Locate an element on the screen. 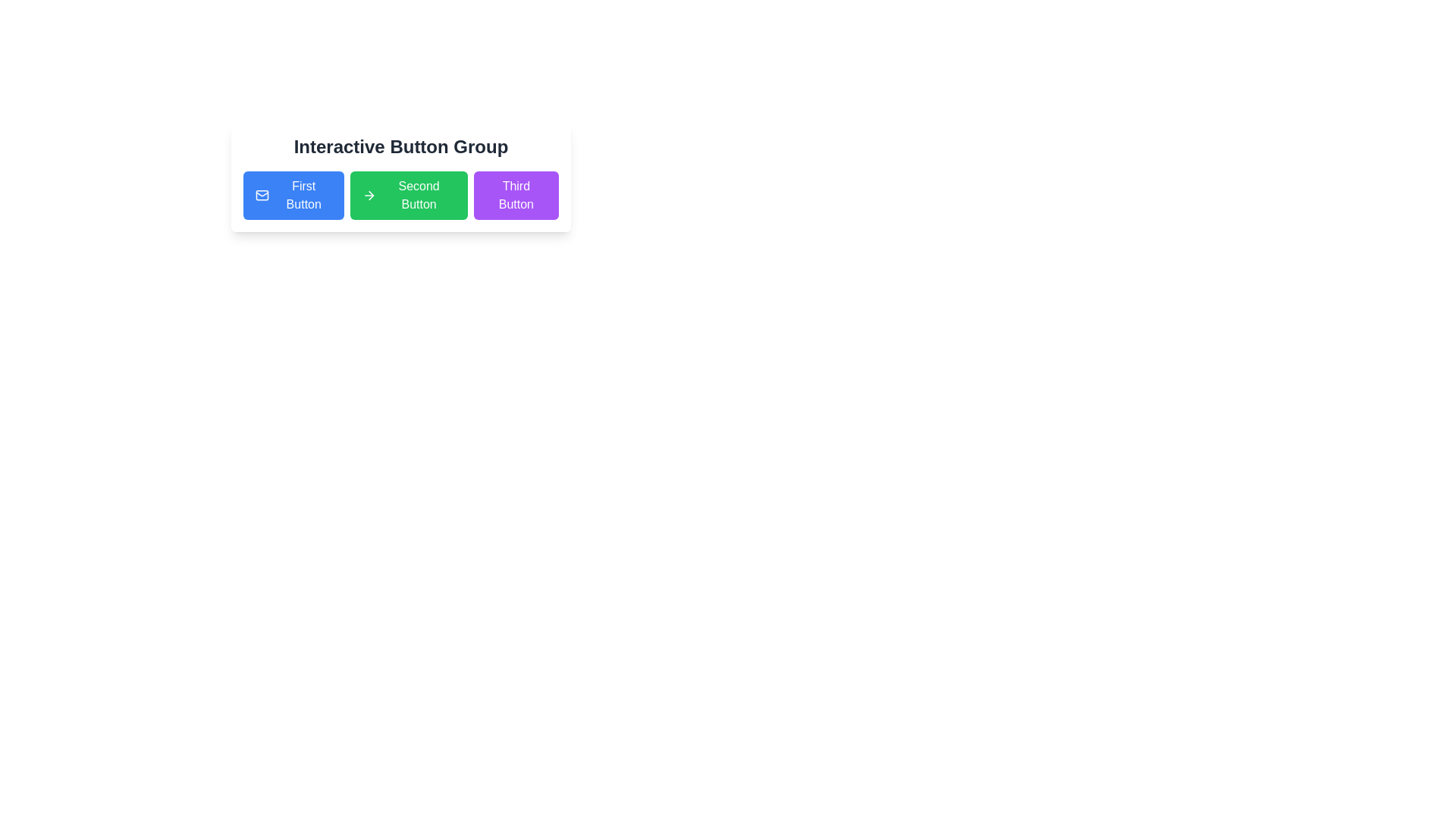  the middle button in a group of three buttons, positioned between a blue button on the left and a purple button on the right, to execute its action is located at coordinates (409, 195).